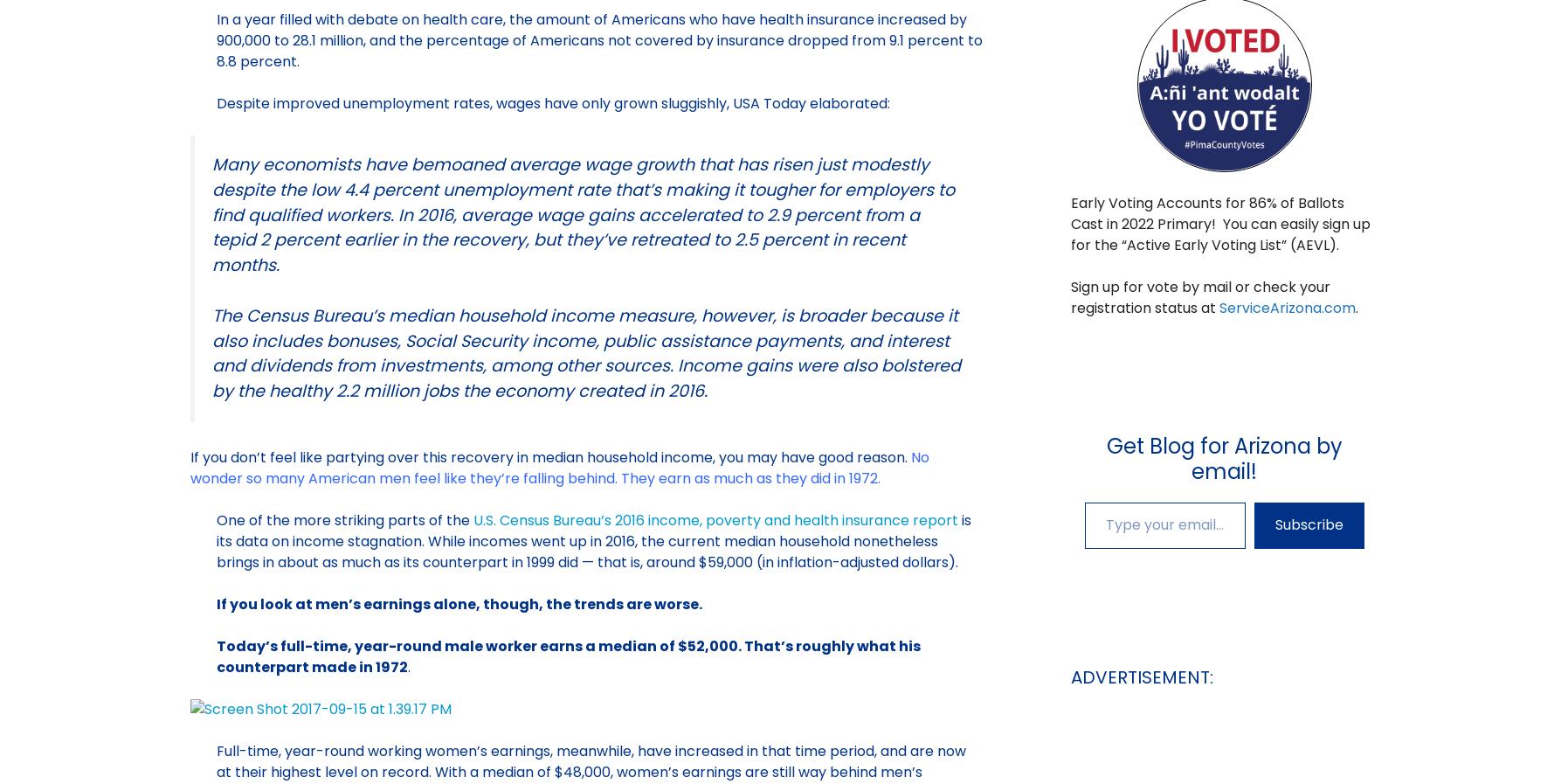  What do you see at coordinates (1219, 223) in the screenshot?
I see `'Early Voting Accounts for 86% of Ballots Cast in 2022 Primary!  You can easily sign up for the “Active Early Voting List” (AEVL).'` at bounding box center [1219, 223].